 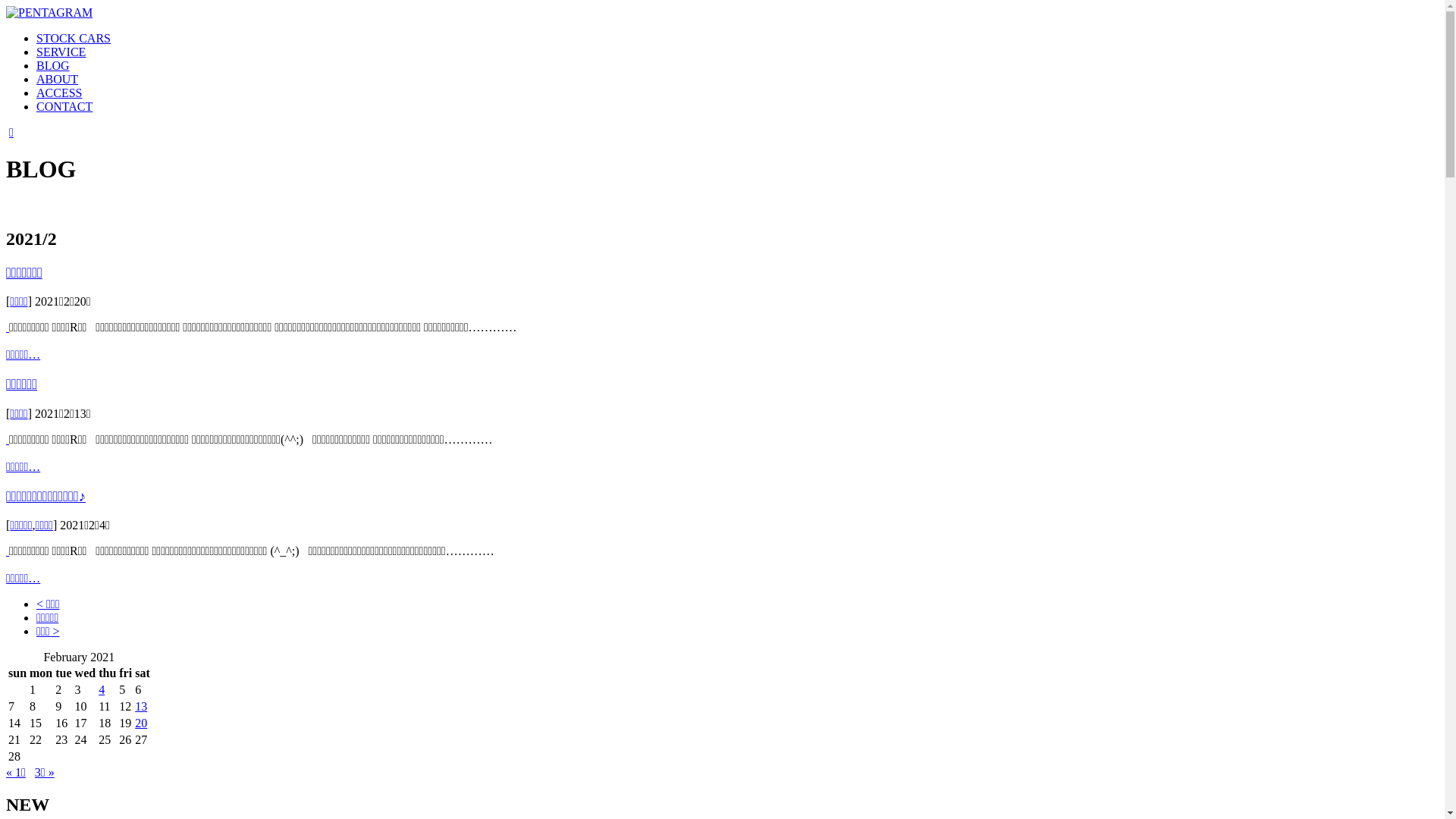 I want to click on '13', so click(x=141, y=706).